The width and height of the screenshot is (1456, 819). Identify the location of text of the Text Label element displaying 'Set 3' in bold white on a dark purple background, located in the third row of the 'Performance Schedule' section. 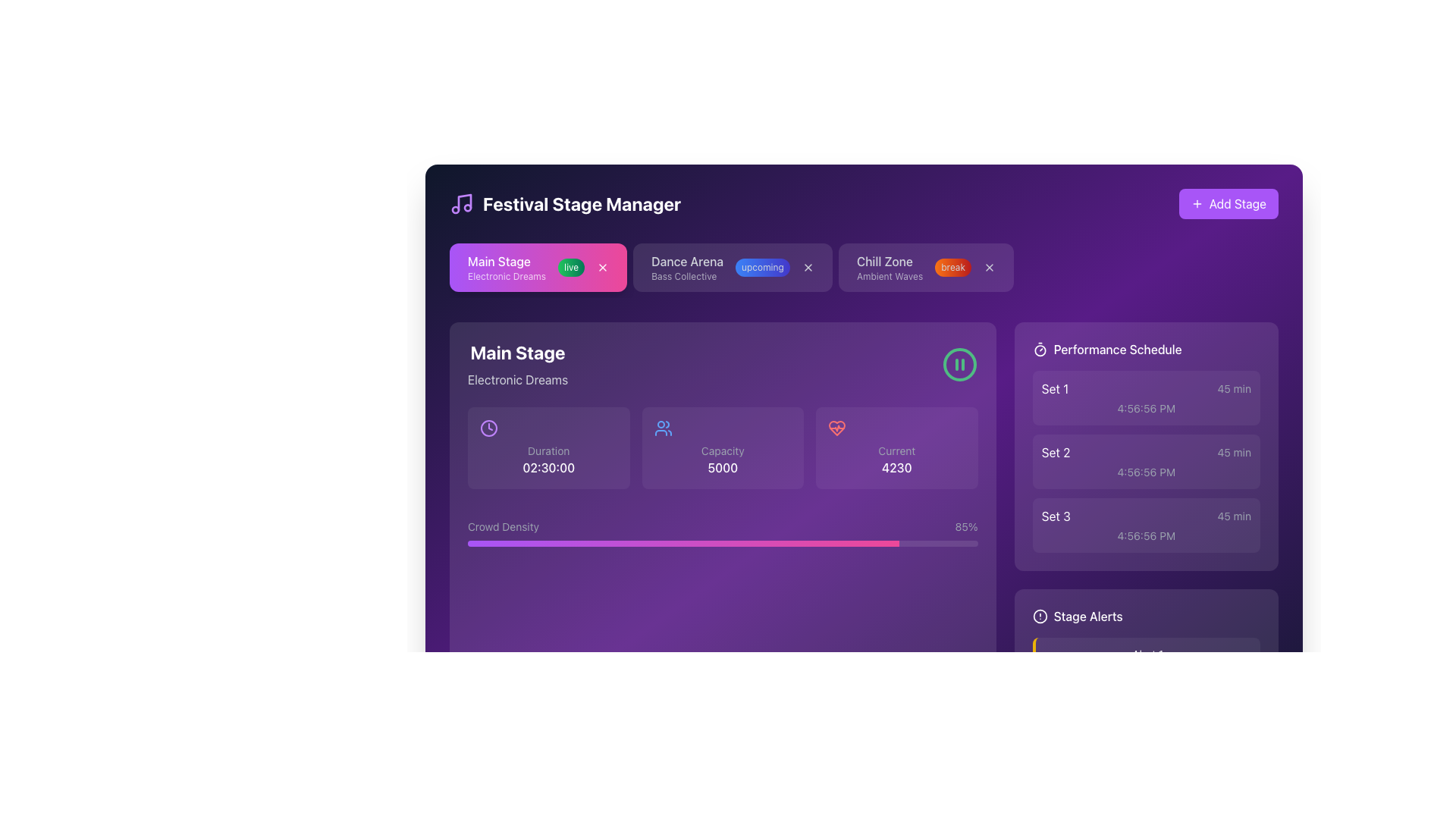
(1055, 516).